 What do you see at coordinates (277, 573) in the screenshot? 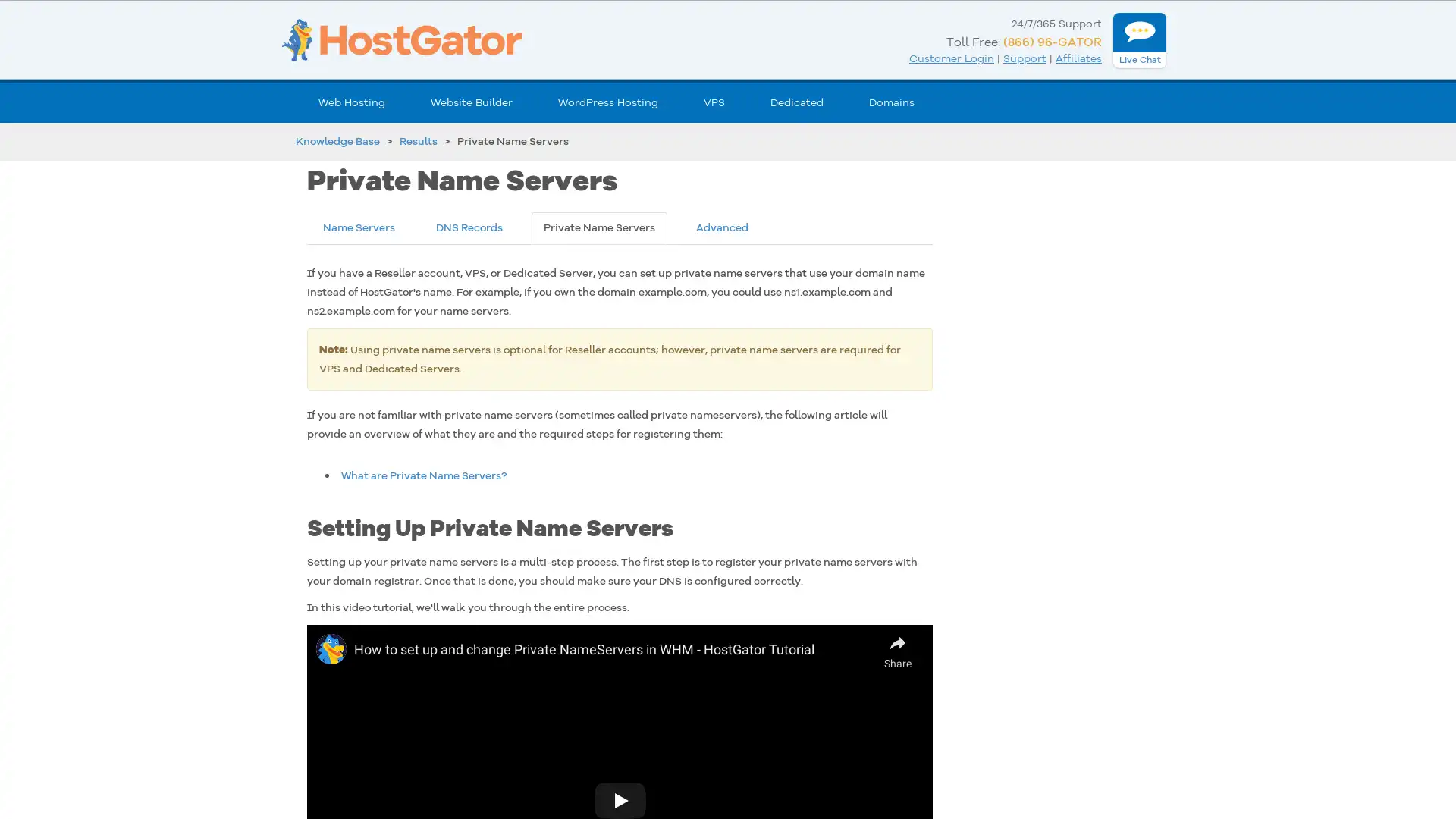
I see `Close` at bounding box center [277, 573].